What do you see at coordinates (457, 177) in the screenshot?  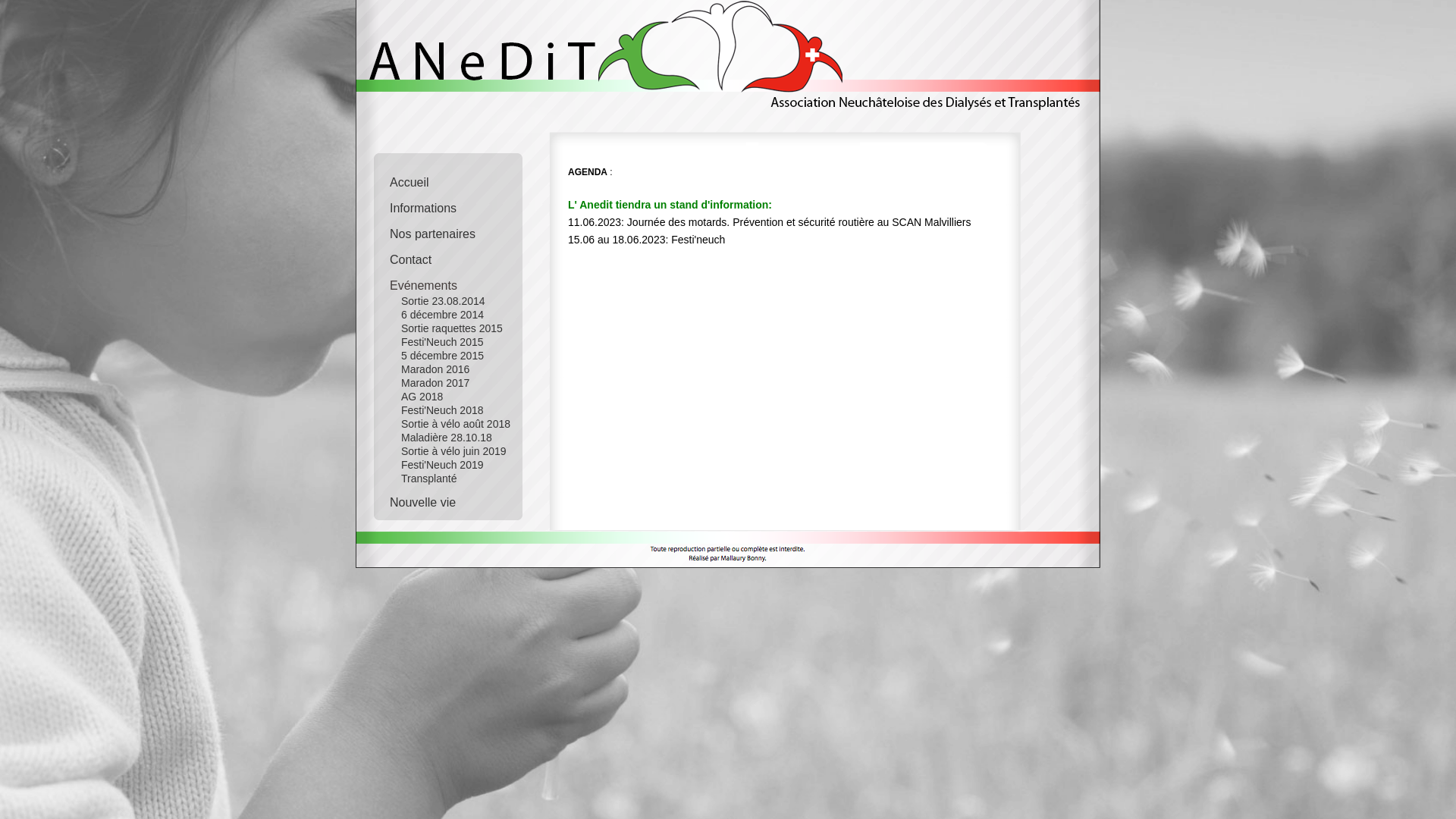 I see `'Accueil'` at bounding box center [457, 177].